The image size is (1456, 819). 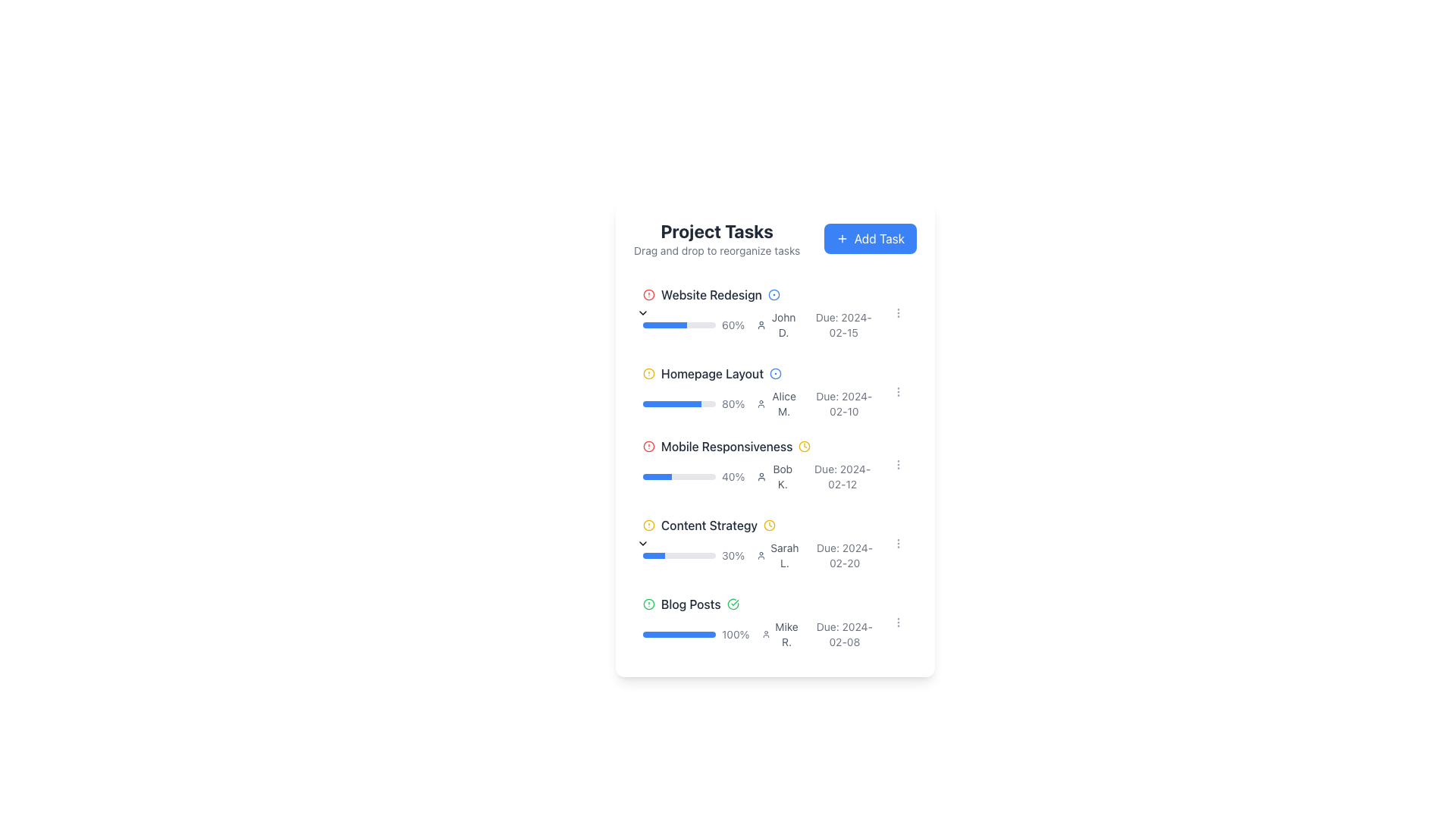 I want to click on the text display that represents the assignee of the task 'Website Redesign', located to the far right of the progress bar and left-aligned to the due date, so click(x=783, y=324).